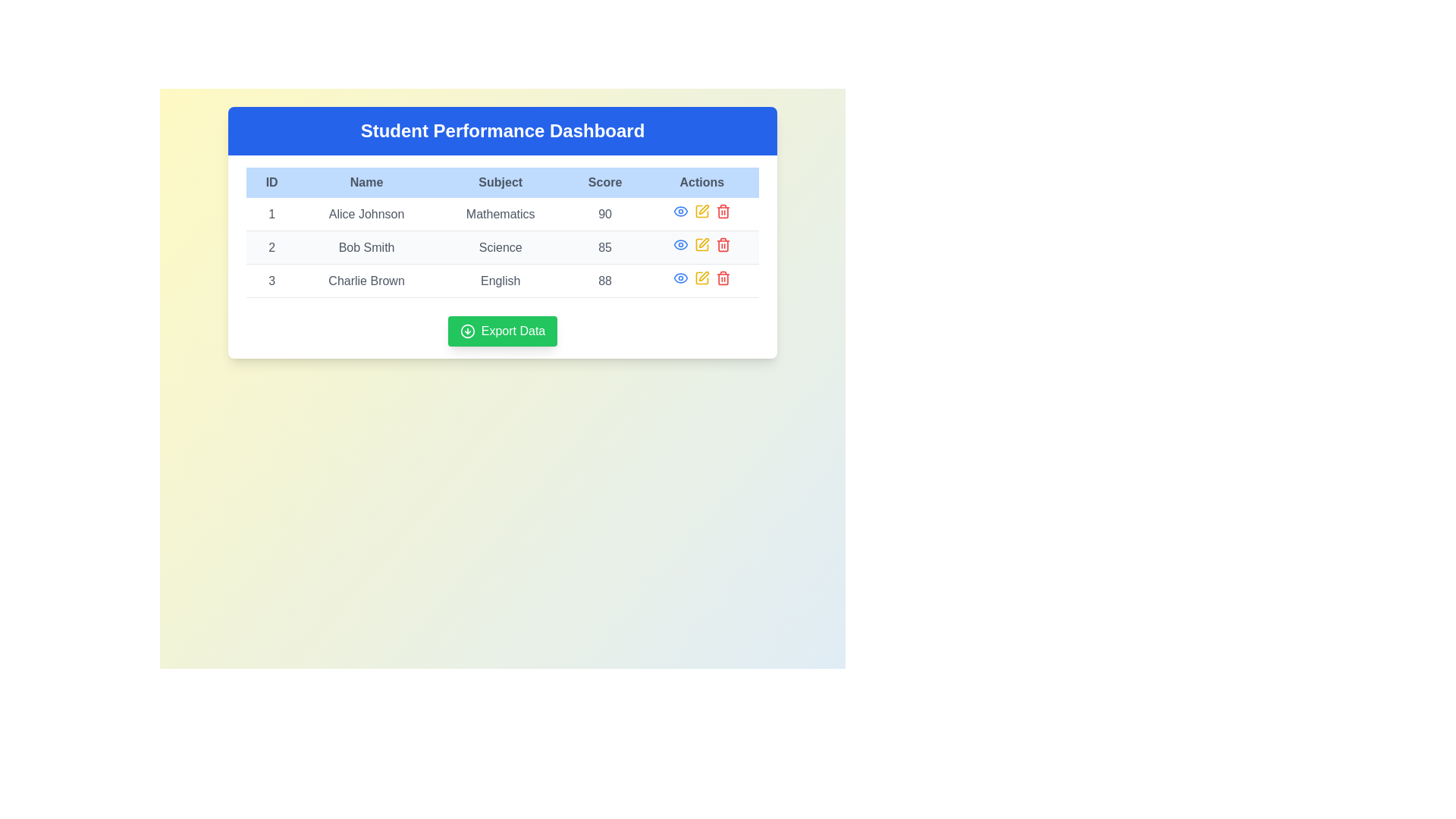 The width and height of the screenshot is (1456, 819). I want to click on the static text element displaying 'Charlie Brown' in the third row of the table under the 'Name' column, so click(366, 281).